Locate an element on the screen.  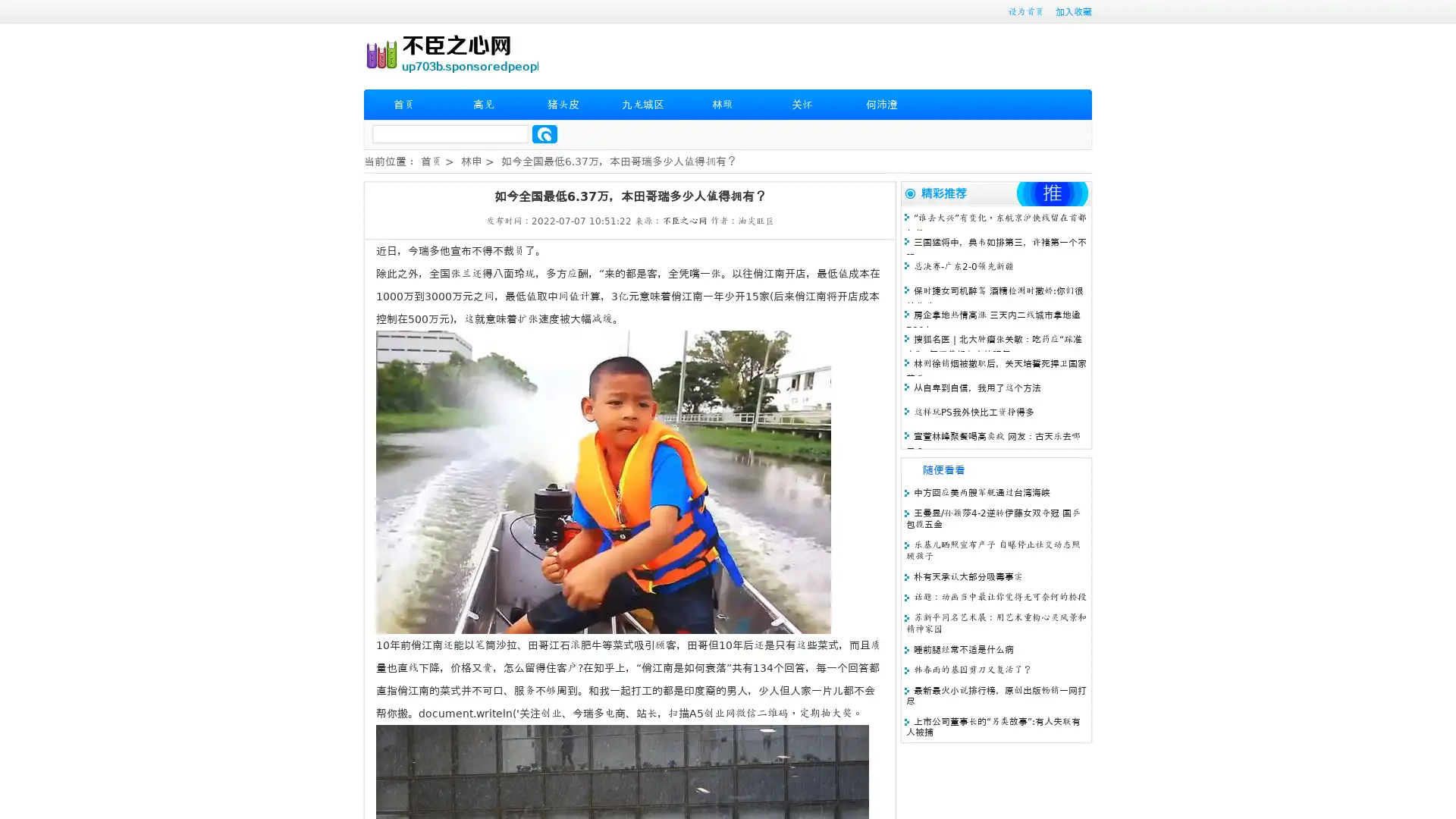
Search is located at coordinates (544, 133).